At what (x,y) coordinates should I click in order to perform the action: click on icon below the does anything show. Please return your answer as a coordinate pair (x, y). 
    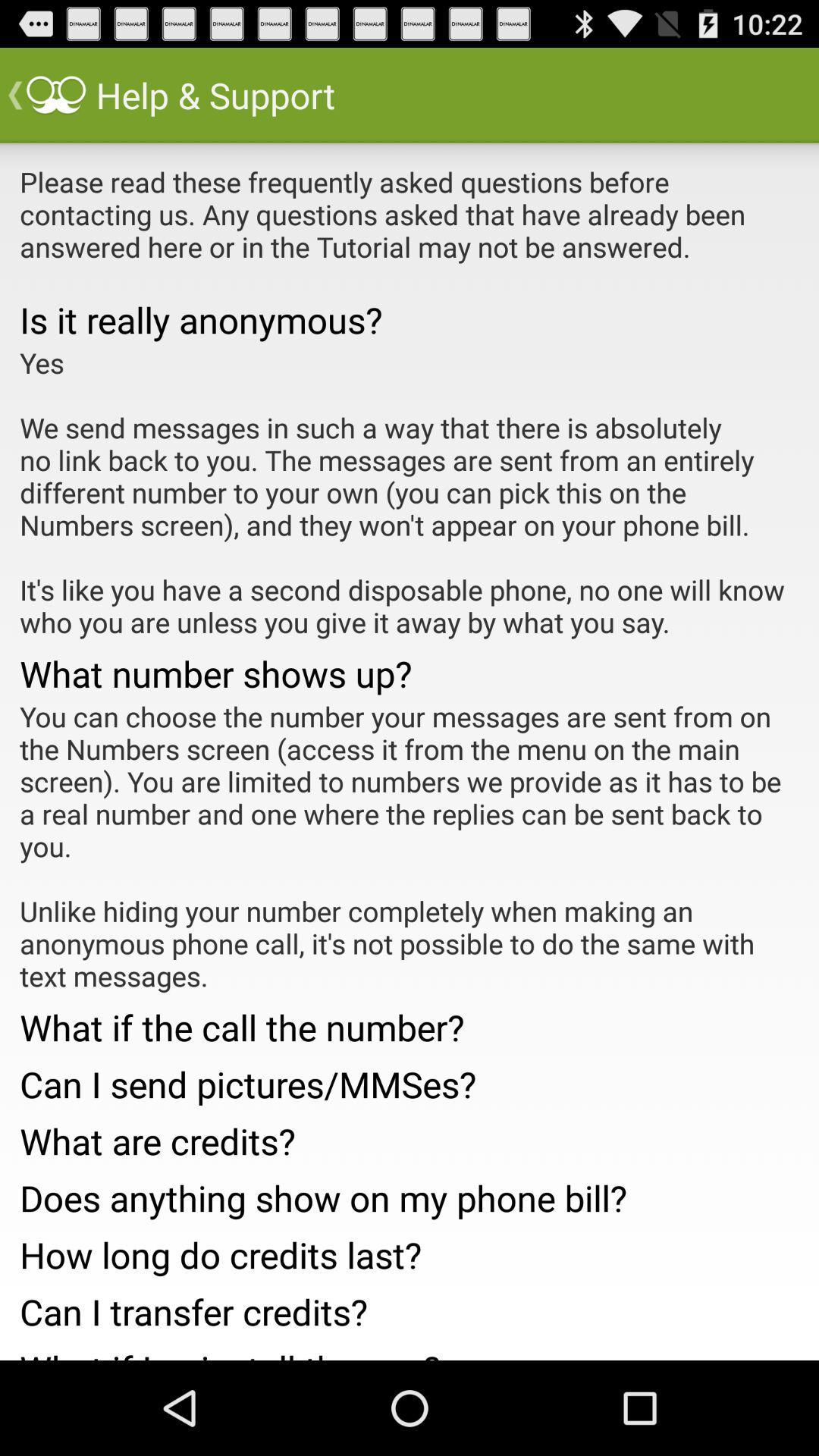
    Looking at the image, I should click on (409, 1250).